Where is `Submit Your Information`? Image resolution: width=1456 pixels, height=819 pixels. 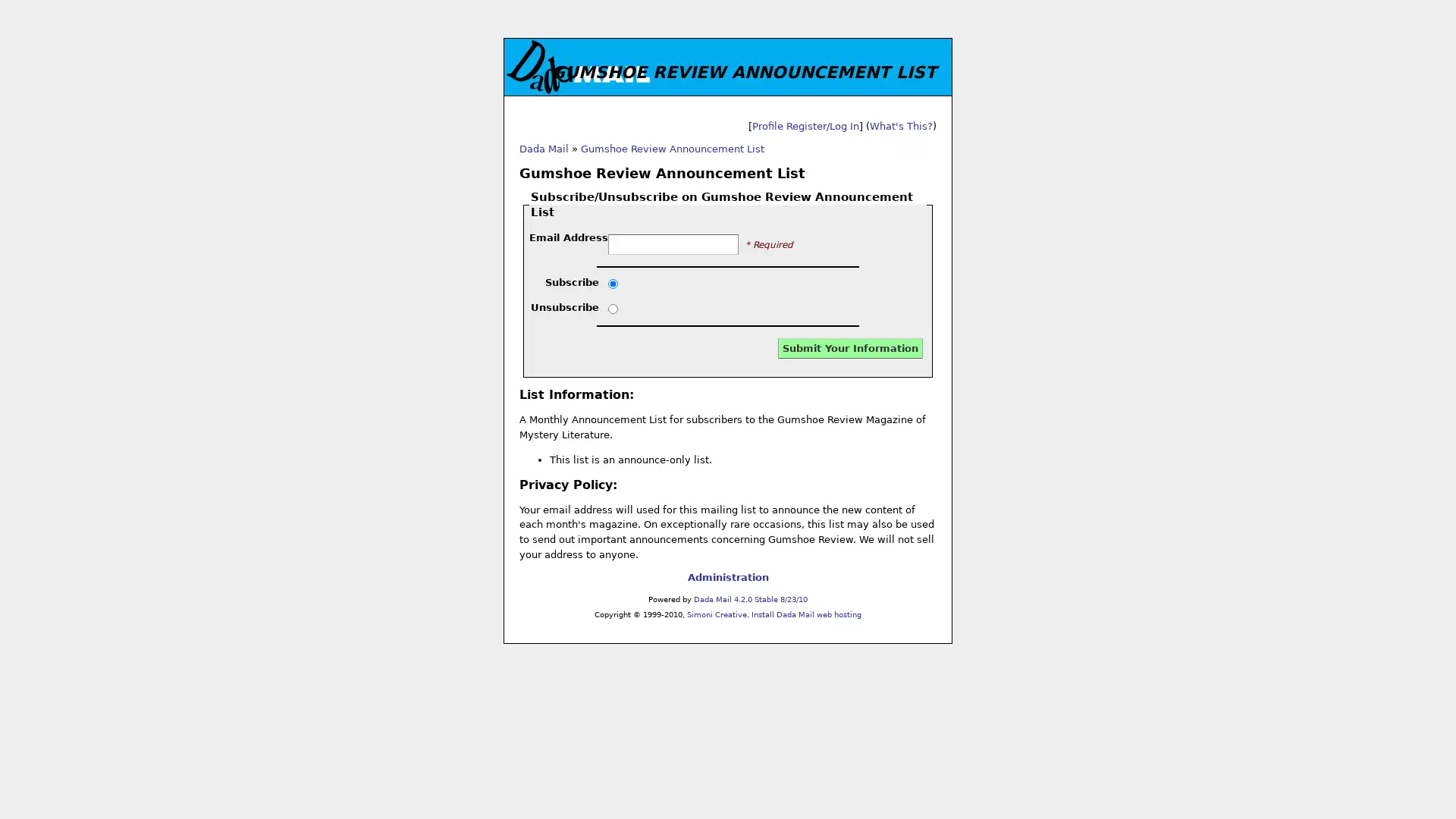
Submit Your Information is located at coordinates (850, 347).